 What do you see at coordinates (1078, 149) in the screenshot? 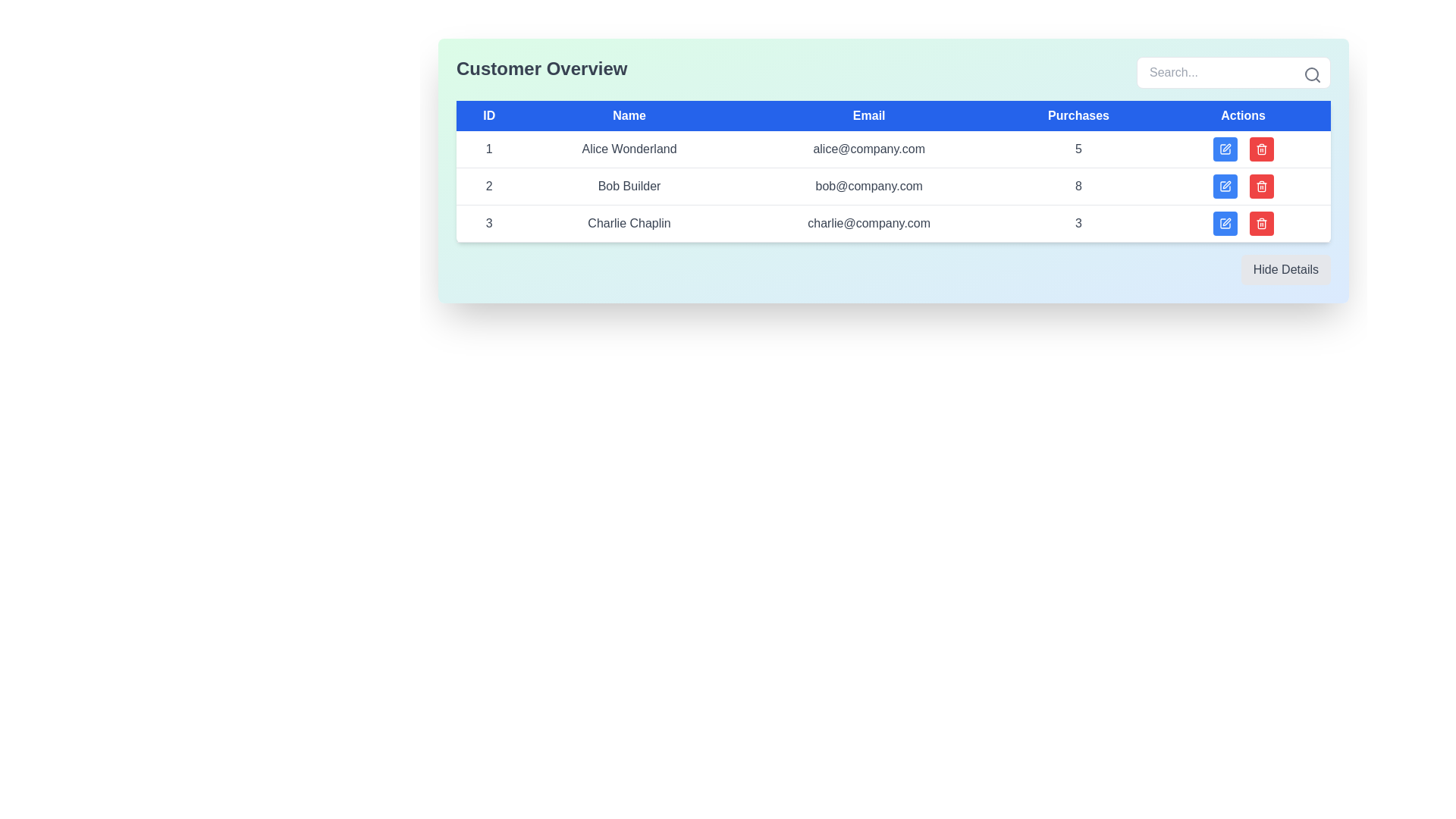
I see `the text element indicating the number of purchases associated with user 'Alice Wonderland', located in the fourth column of the first row of the table` at bounding box center [1078, 149].